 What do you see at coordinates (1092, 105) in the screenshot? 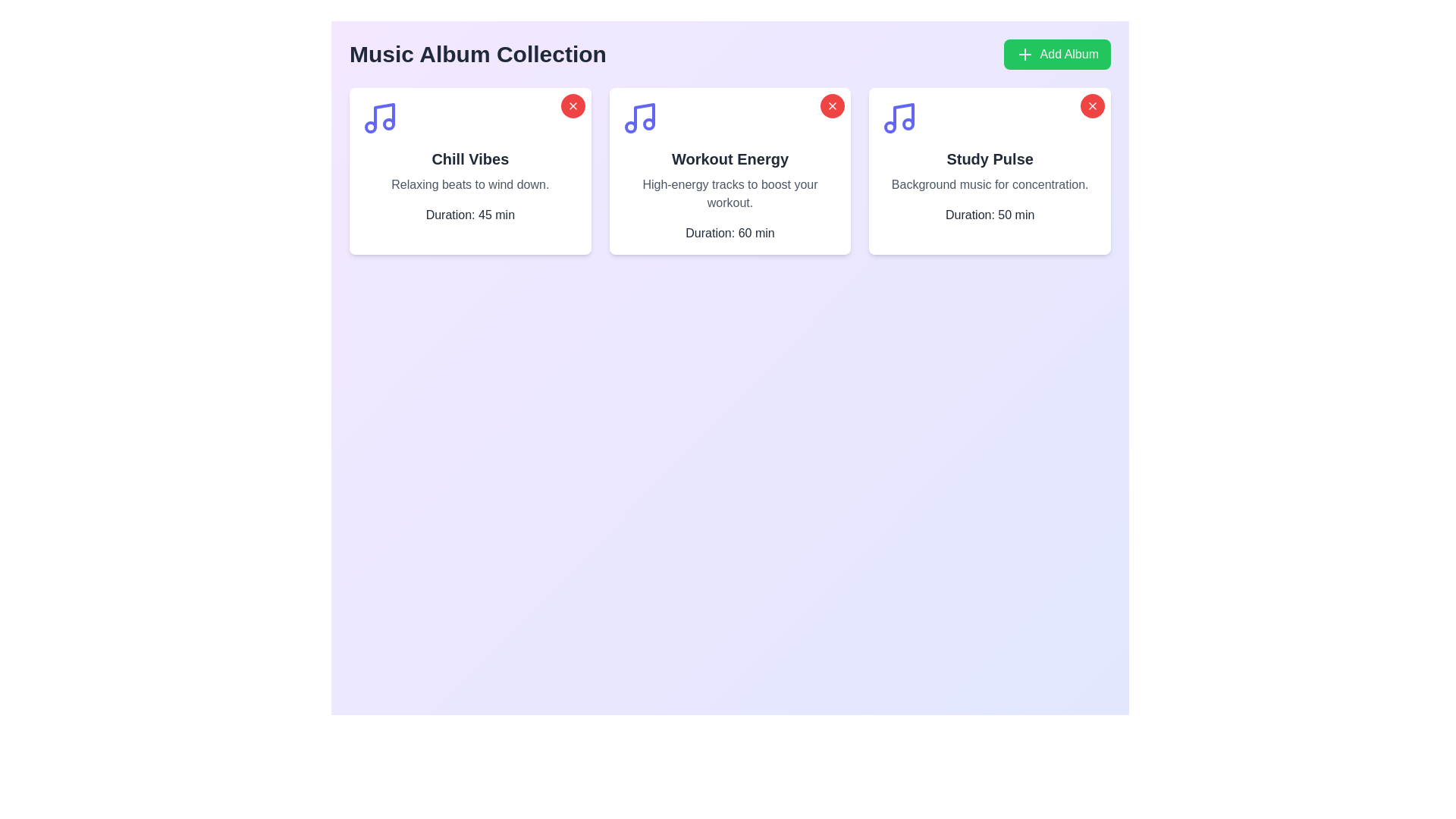
I see `the circular red button with a white 'X' icon located at the top-right corner of the 'Study Pulse' card` at bounding box center [1092, 105].